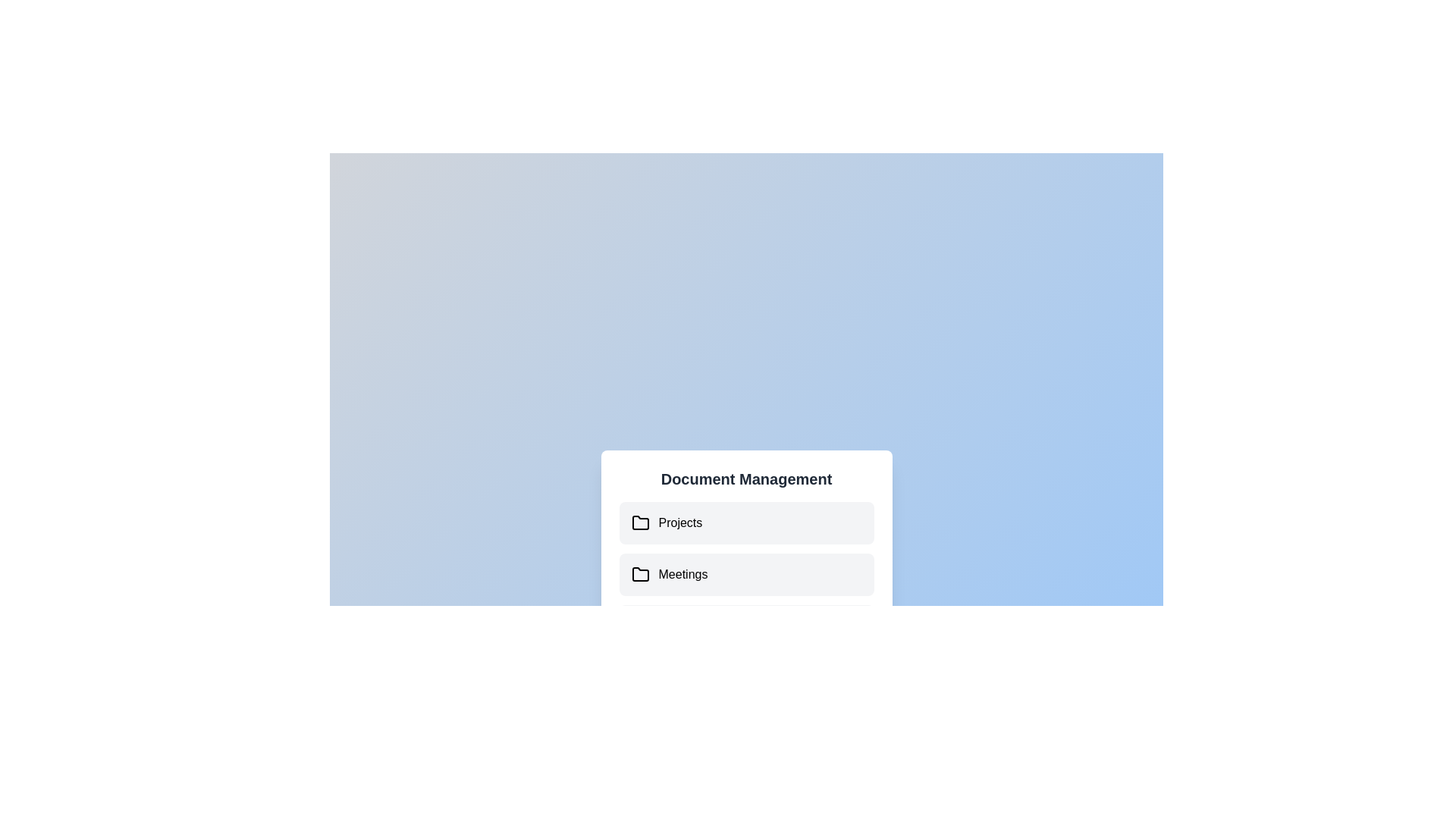 This screenshot has width=1456, height=819. I want to click on the document 'Meeting Agenda.pdf' under the folder 'Meetings', so click(746, 575).